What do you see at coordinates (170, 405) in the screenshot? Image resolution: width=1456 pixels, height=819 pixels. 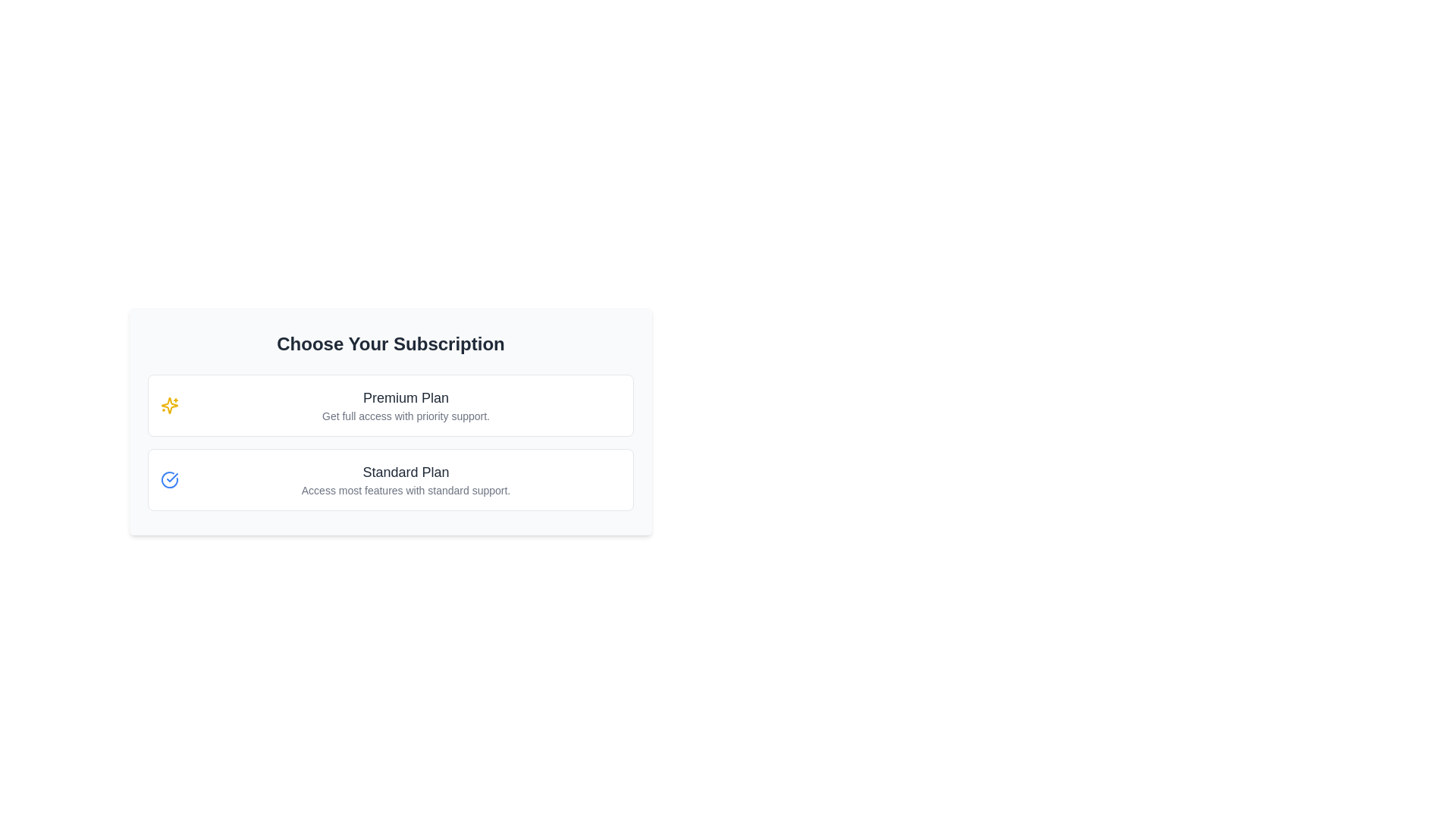 I see `the yellow star icon with sparkles located in the 'Premium Plan' card, positioned to the left of the text 'Premium Plan Get full access with priority support.'` at bounding box center [170, 405].